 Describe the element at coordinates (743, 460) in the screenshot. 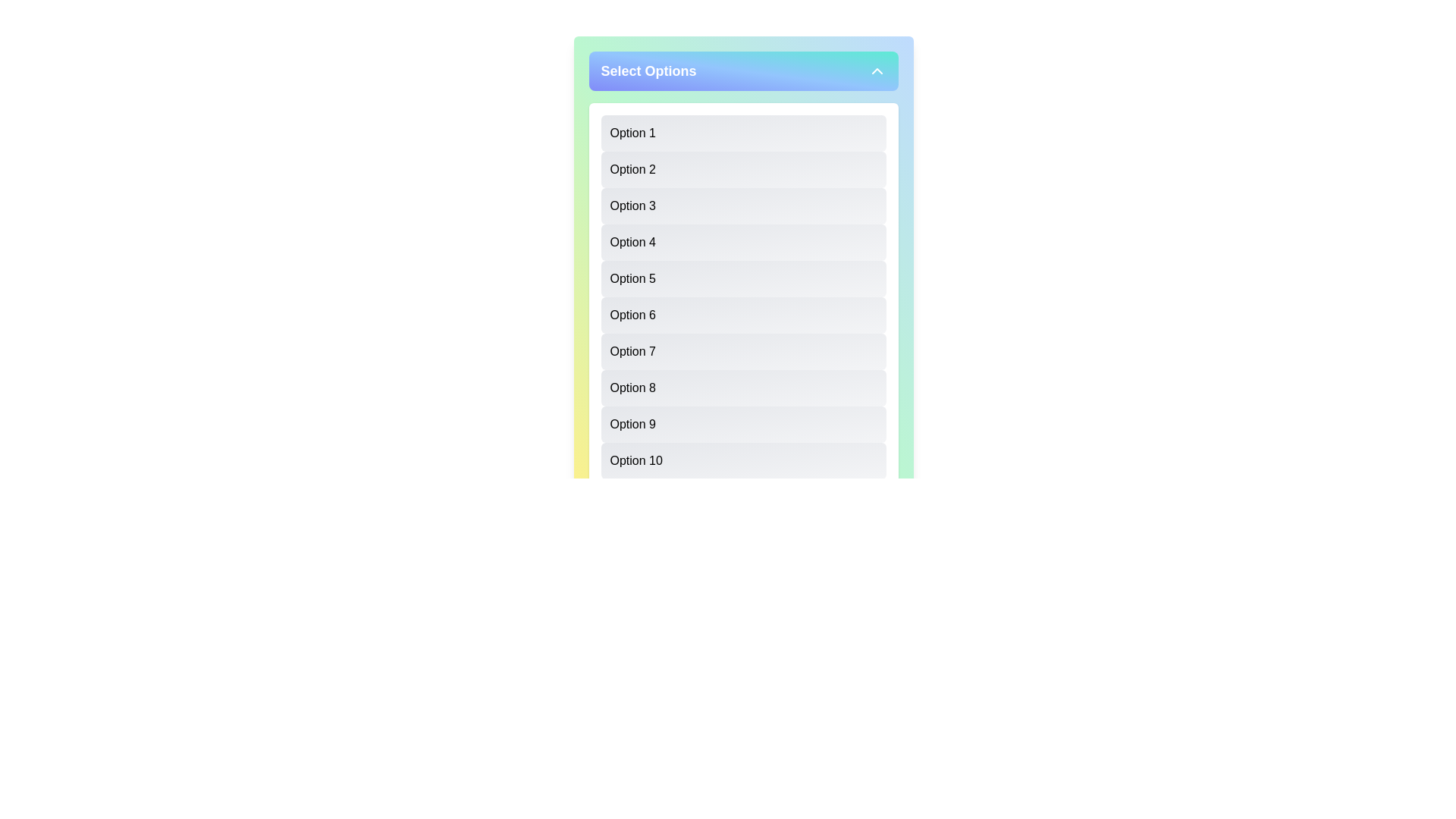

I see `the button labeled 'Option 10'` at that location.